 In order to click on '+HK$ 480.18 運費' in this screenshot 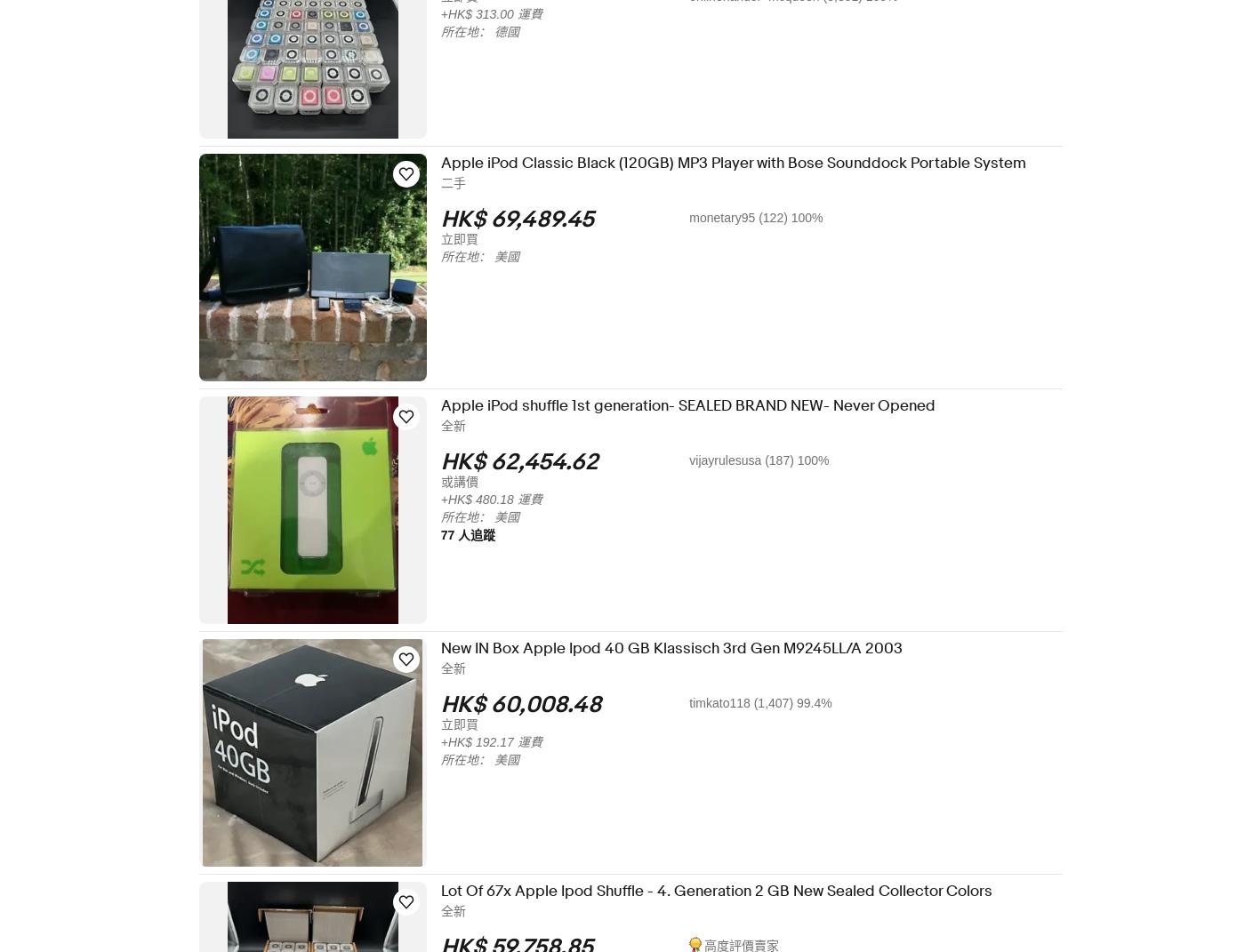, I will do `click(503, 499)`.